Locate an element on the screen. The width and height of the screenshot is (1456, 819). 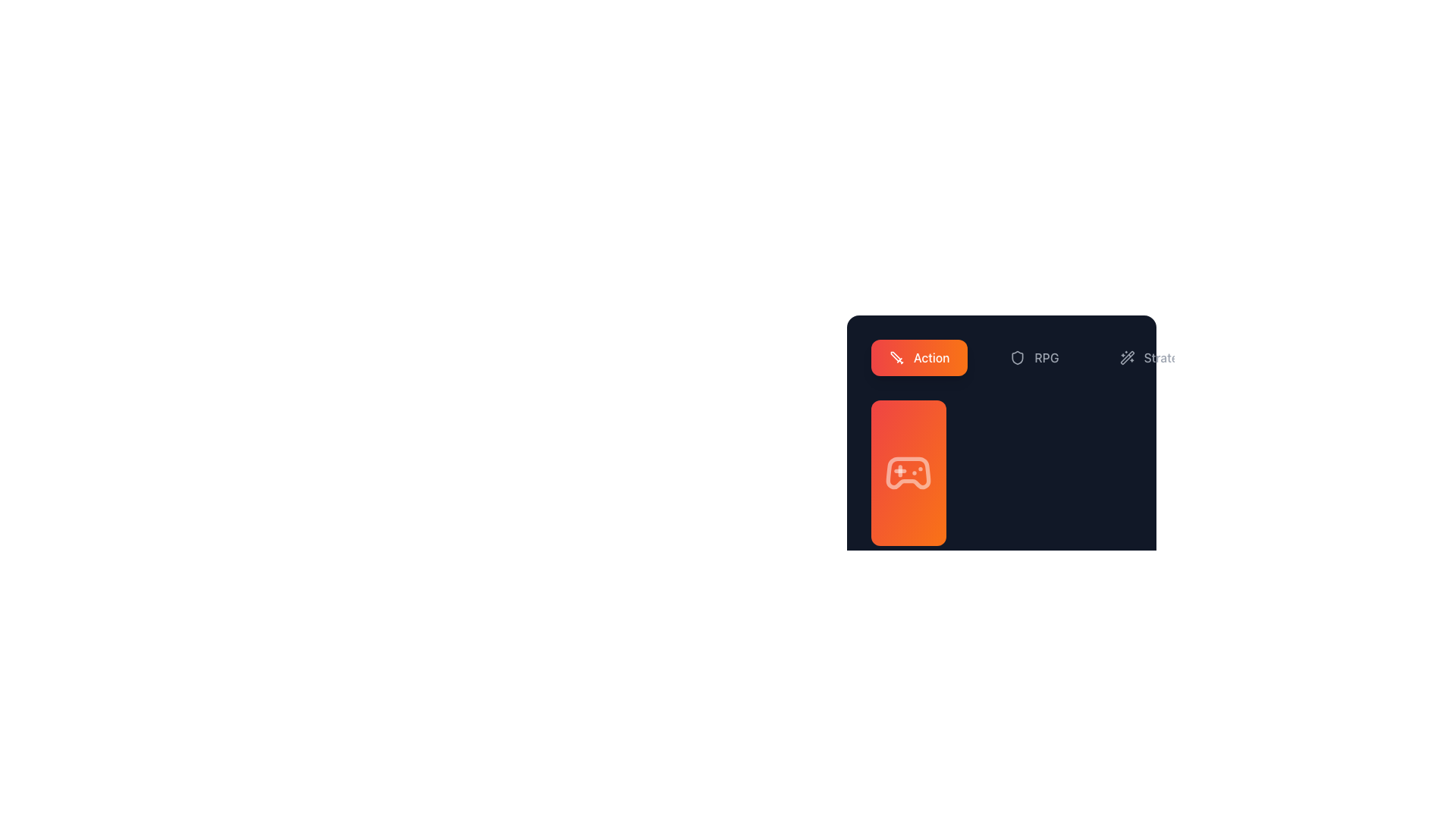
the text label displaying 'RPG' is located at coordinates (1046, 357).